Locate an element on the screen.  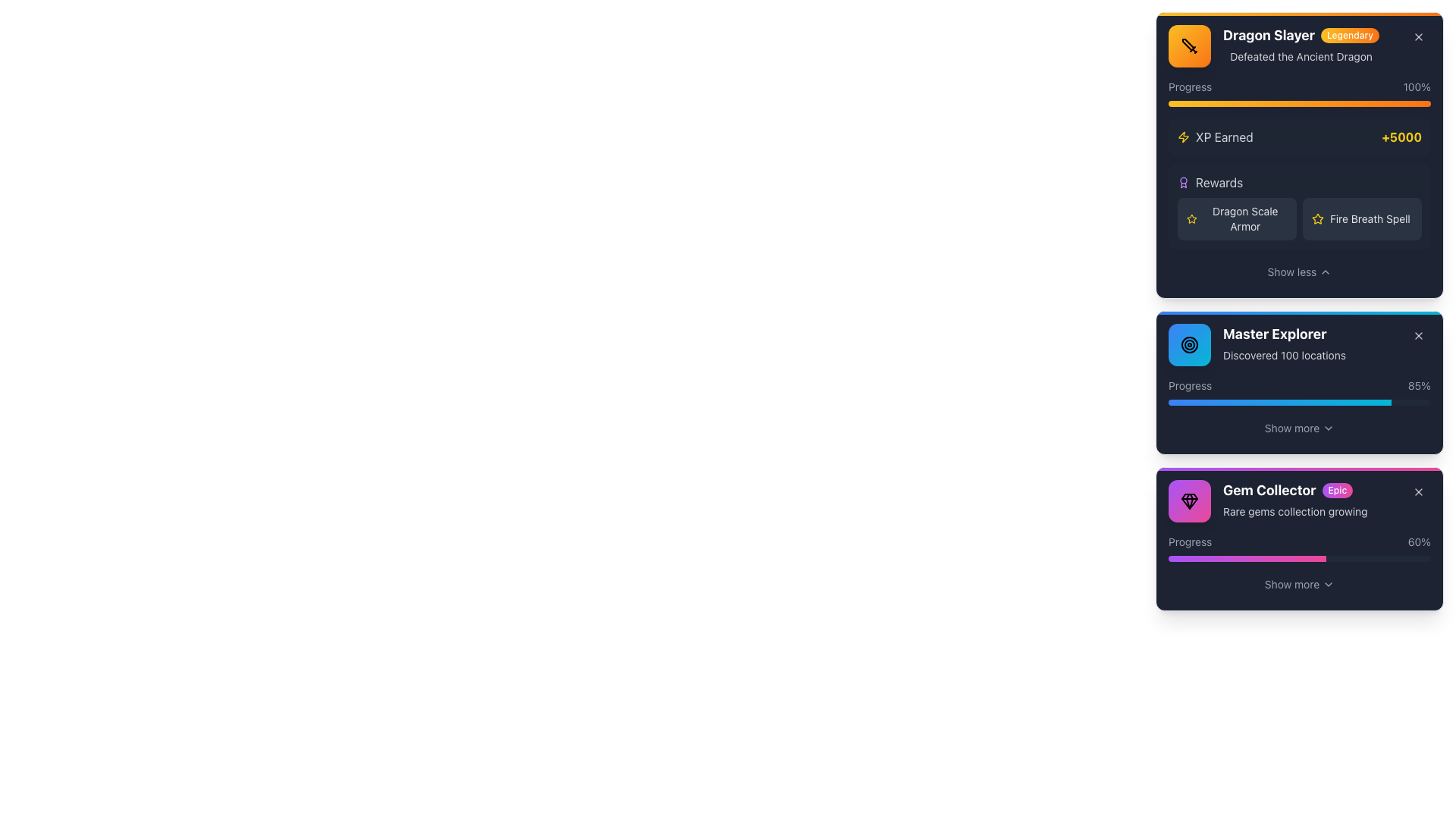
the progress percentage label located in the lower right corner of the 'Gem Collector' card, positioned to the right of the text 'Progress' is located at coordinates (1418, 541).